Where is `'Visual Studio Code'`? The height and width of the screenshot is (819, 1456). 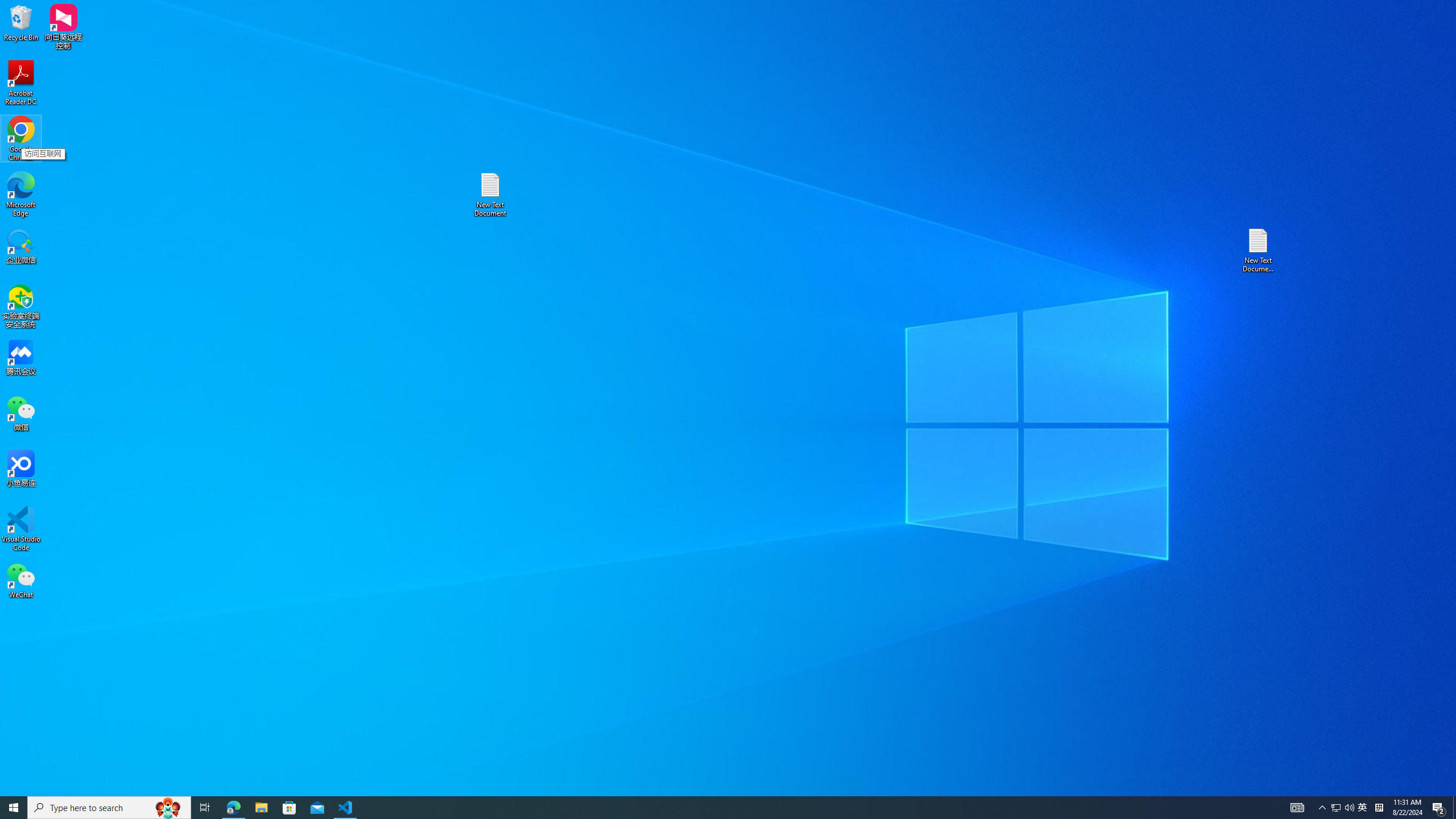 'Visual Studio Code' is located at coordinates (20, 528).